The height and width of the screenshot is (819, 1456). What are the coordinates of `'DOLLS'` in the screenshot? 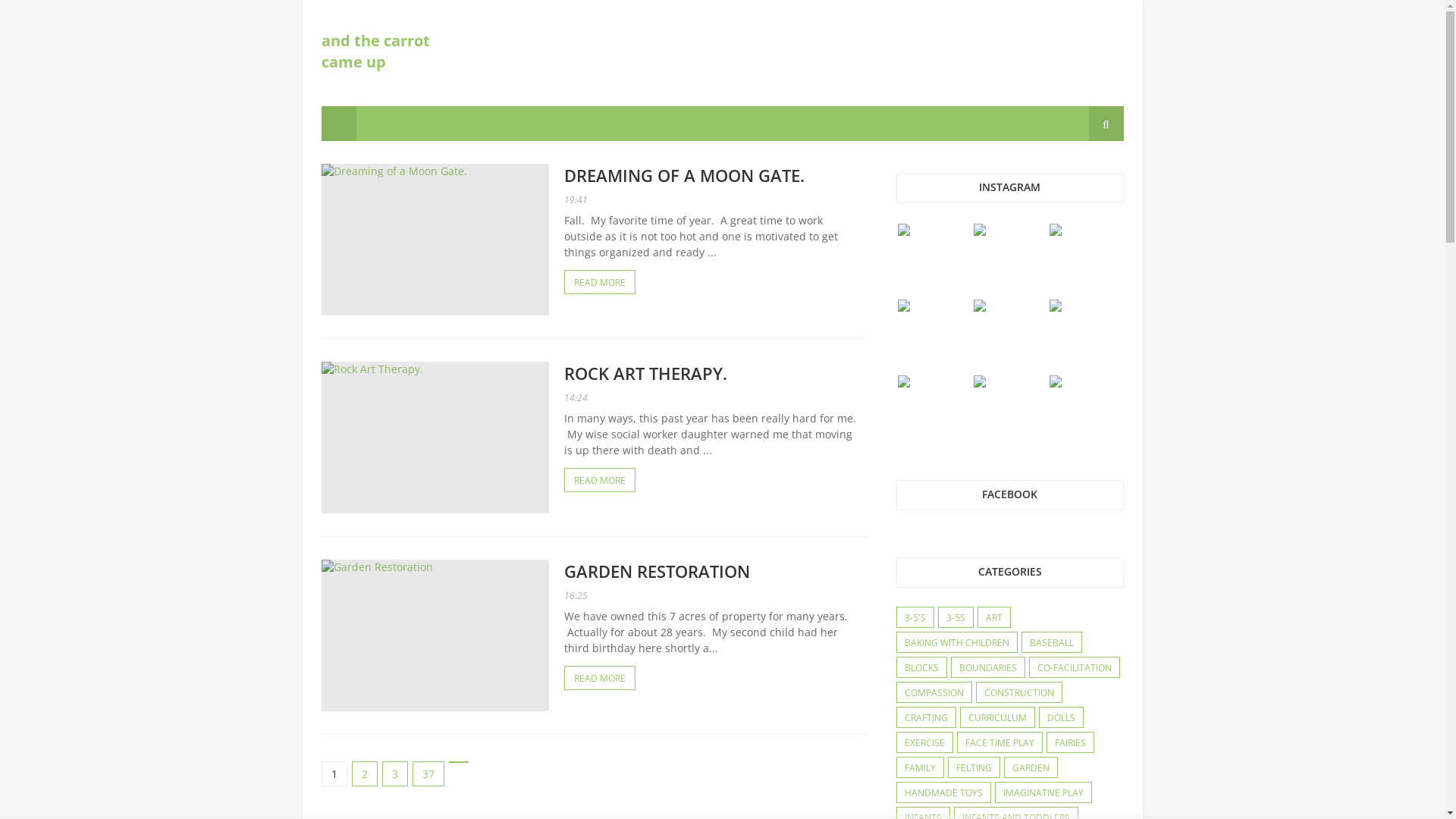 It's located at (1037, 717).